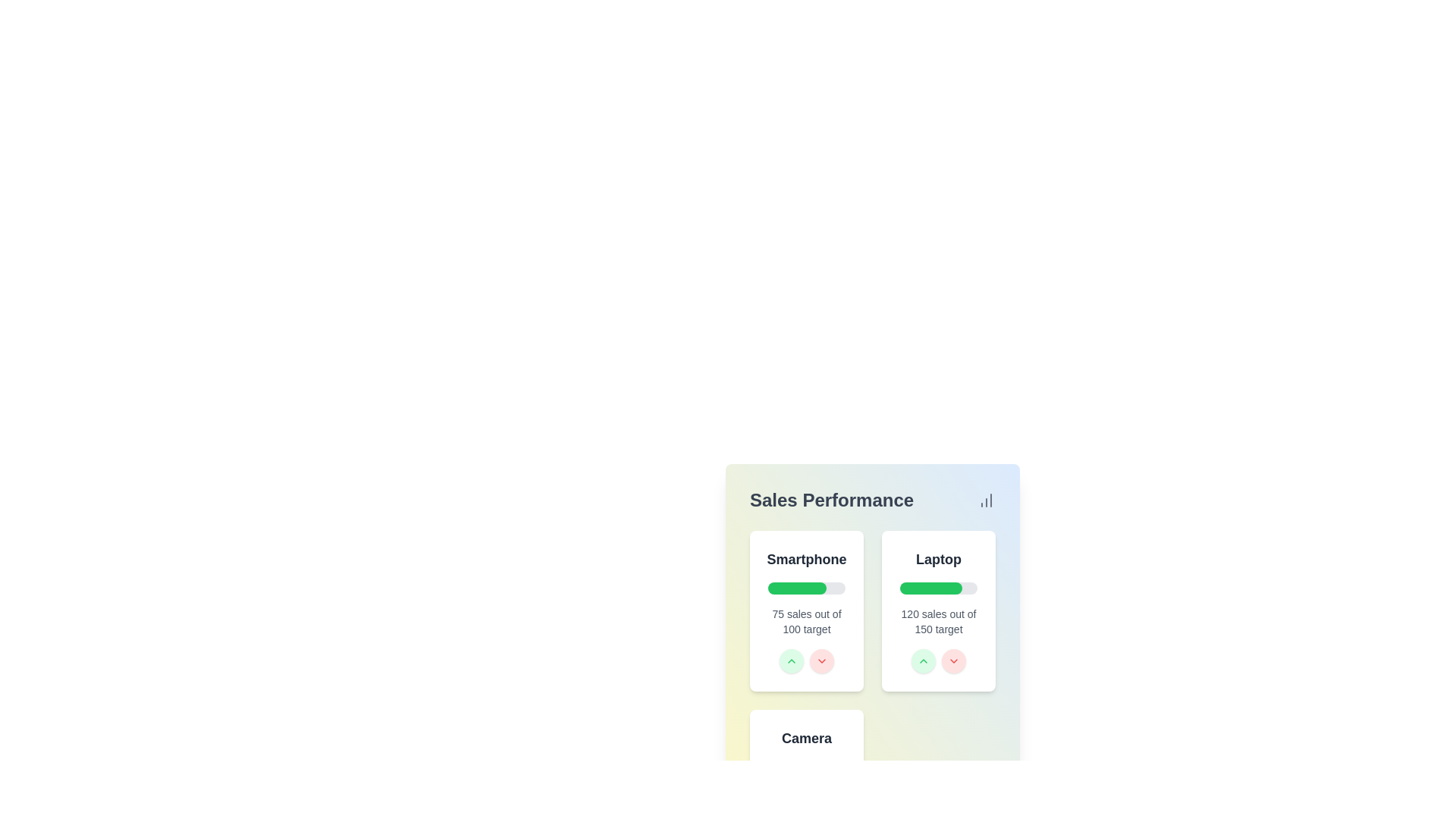  What do you see at coordinates (923, 660) in the screenshot?
I see `the small chevron-up icon within the green circular button in the 'Sales Performance' section for 'Laptop'` at bounding box center [923, 660].